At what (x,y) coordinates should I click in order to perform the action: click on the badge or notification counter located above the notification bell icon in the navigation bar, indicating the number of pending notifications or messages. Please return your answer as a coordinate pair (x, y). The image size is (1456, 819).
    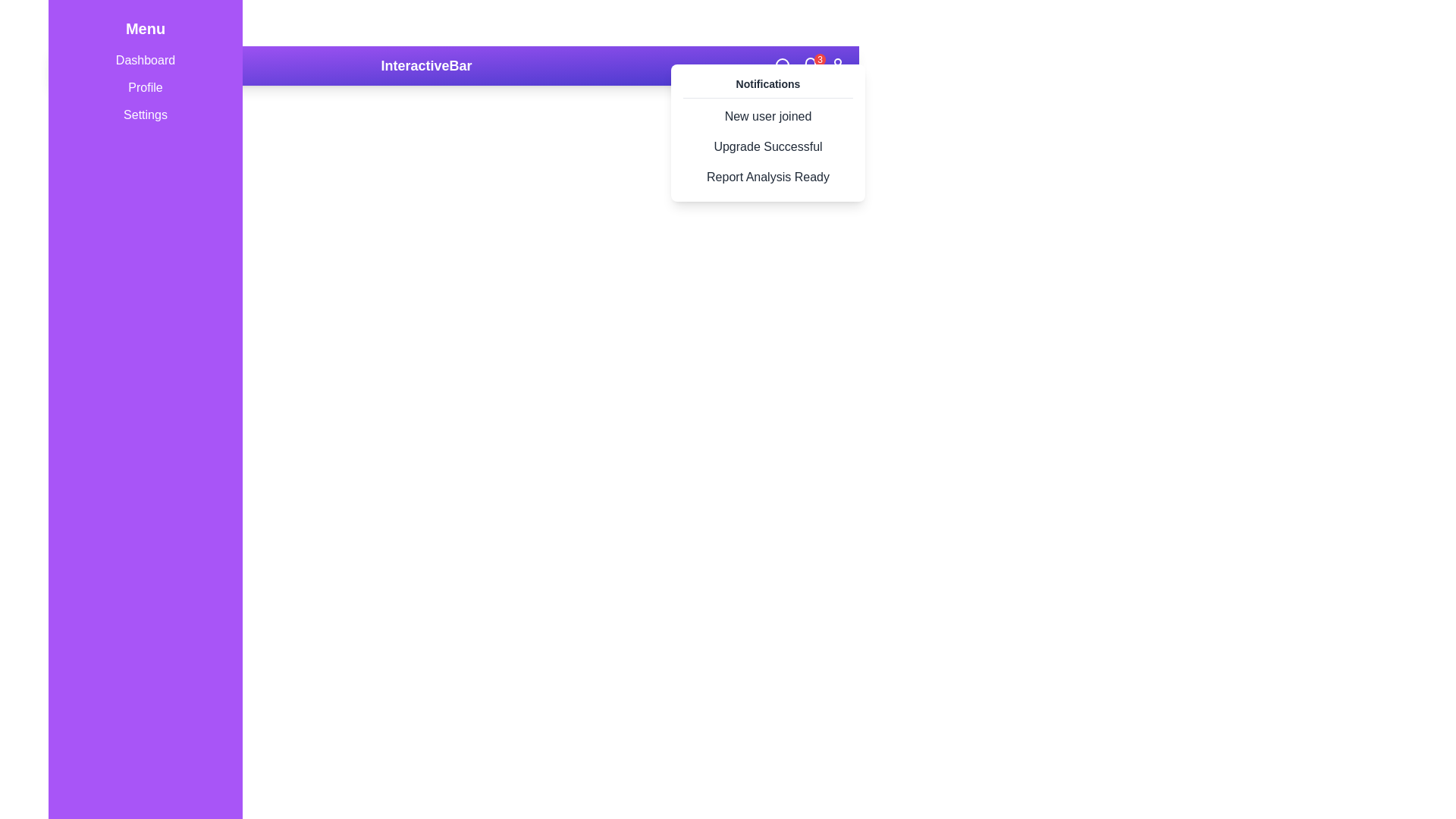
    Looking at the image, I should click on (810, 65).